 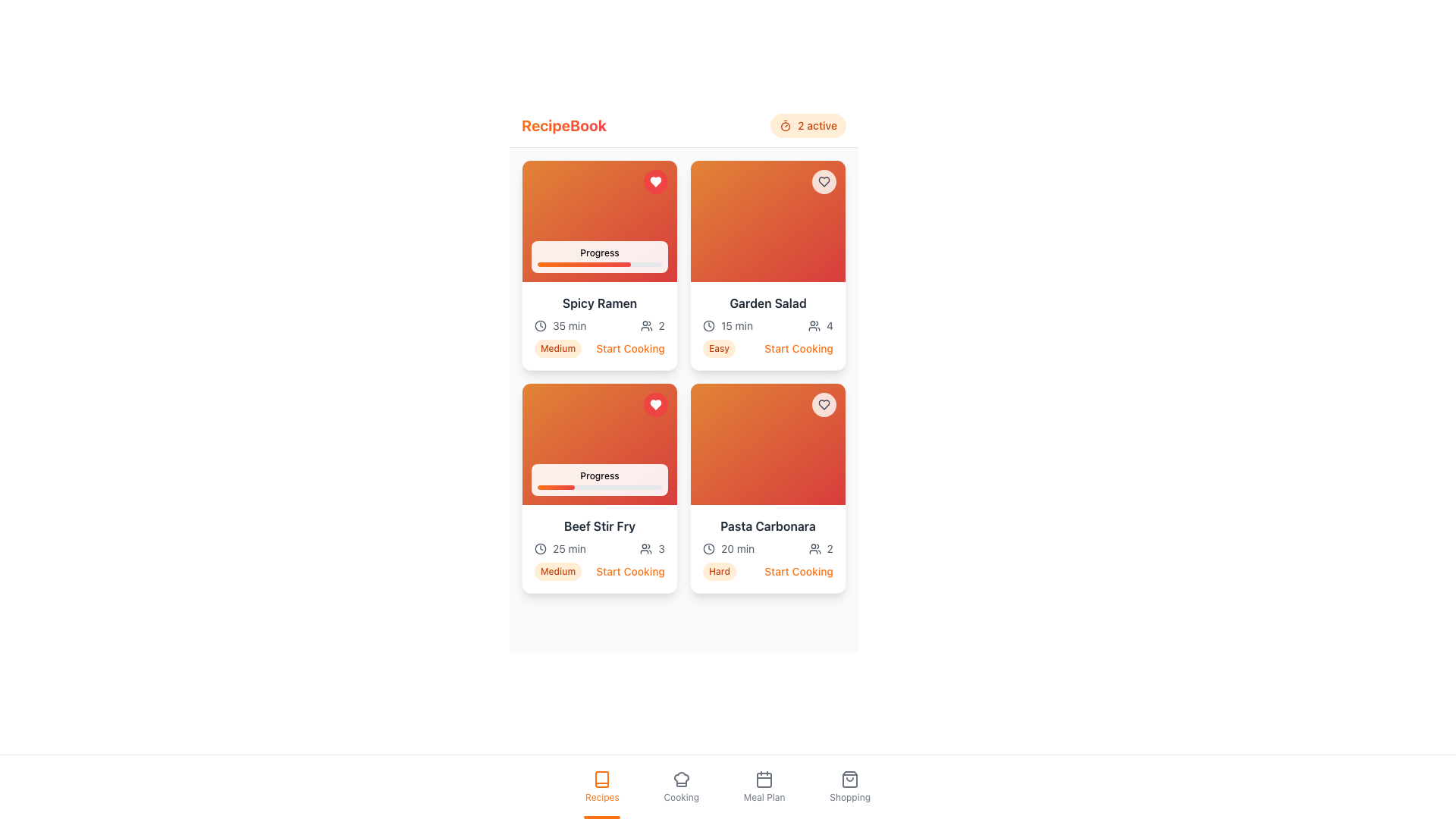 What do you see at coordinates (798, 571) in the screenshot?
I see `the 'Start Cooking' text link styled in orange, located at the bottom right of the 'Pasta Carbonara' recipe card` at bounding box center [798, 571].